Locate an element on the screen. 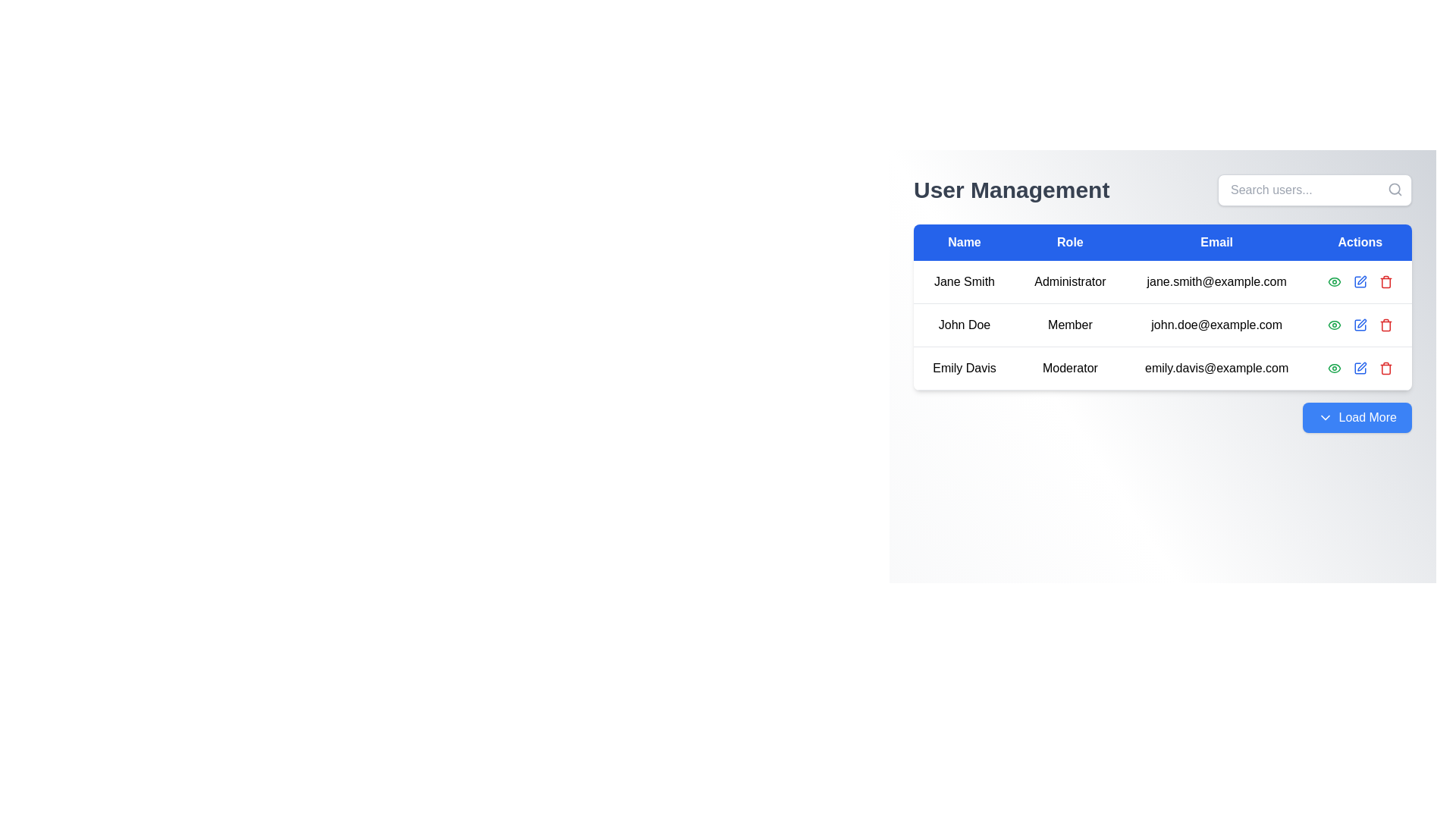 The image size is (1456, 819). the green eye icon button in the 'Actions' column for 'Jane Smith' is located at coordinates (1333, 369).